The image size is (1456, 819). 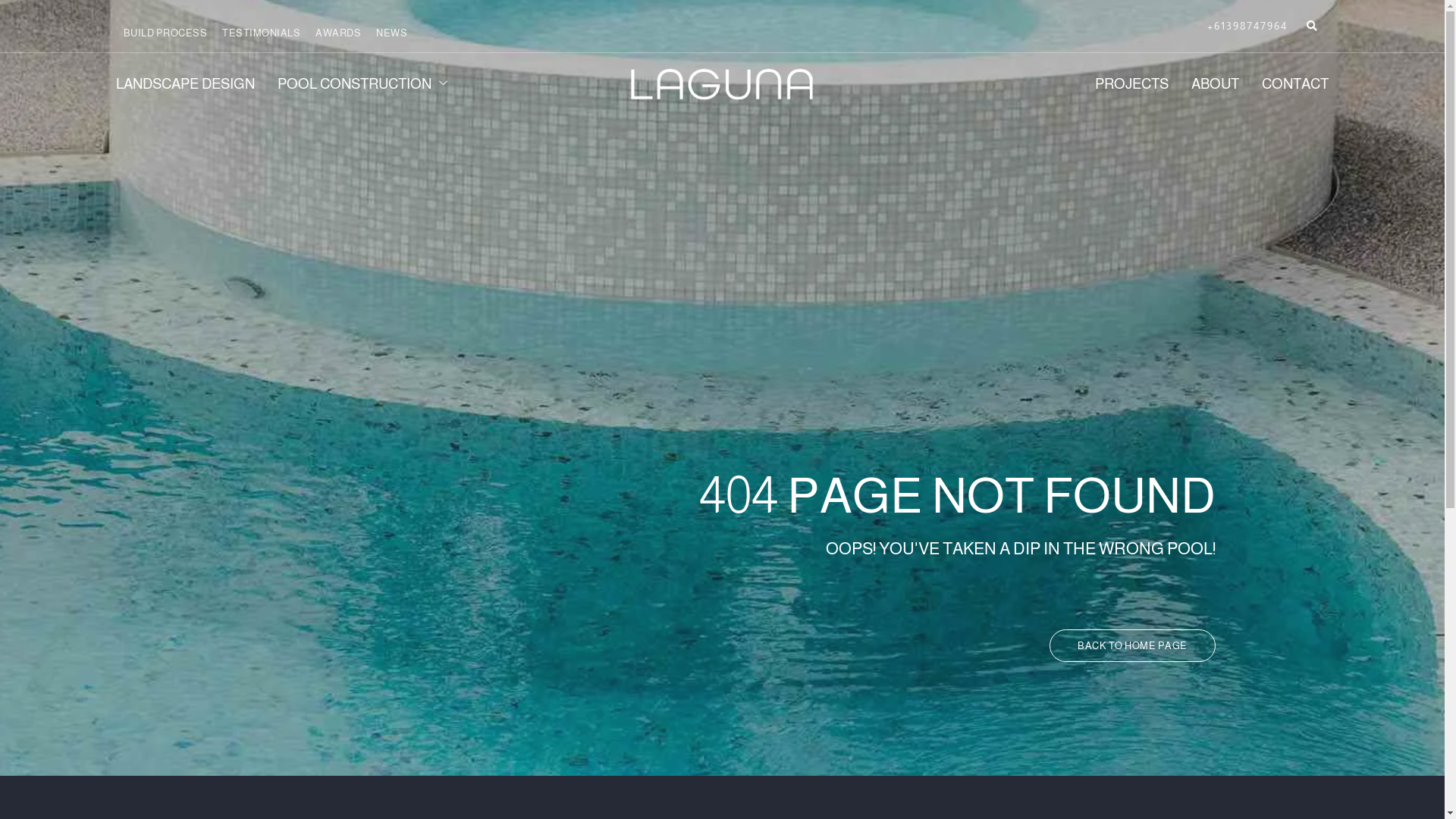 I want to click on '+61398747964', so click(x=1247, y=26).